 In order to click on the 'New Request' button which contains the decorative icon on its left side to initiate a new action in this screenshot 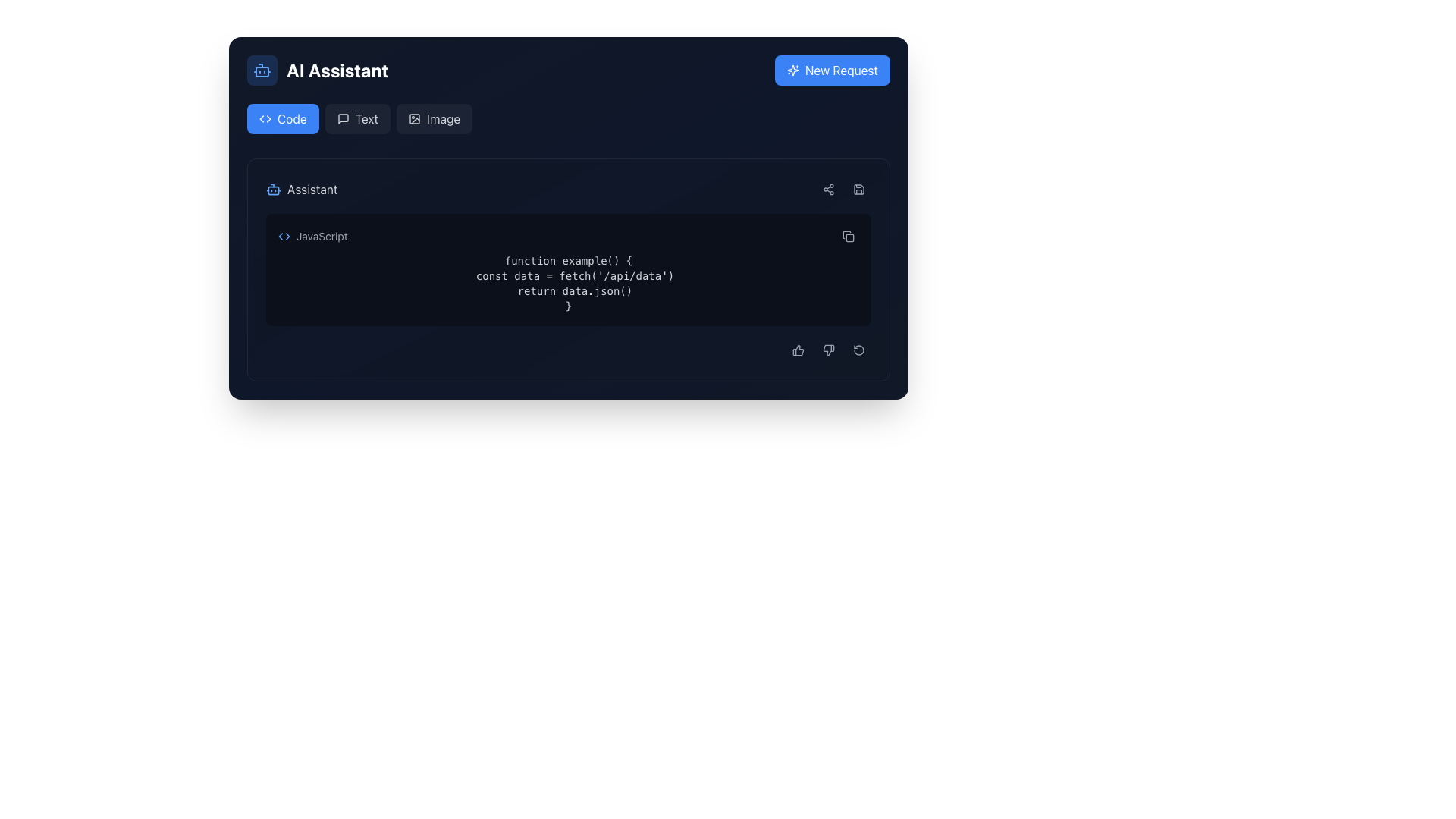, I will do `click(792, 70)`.